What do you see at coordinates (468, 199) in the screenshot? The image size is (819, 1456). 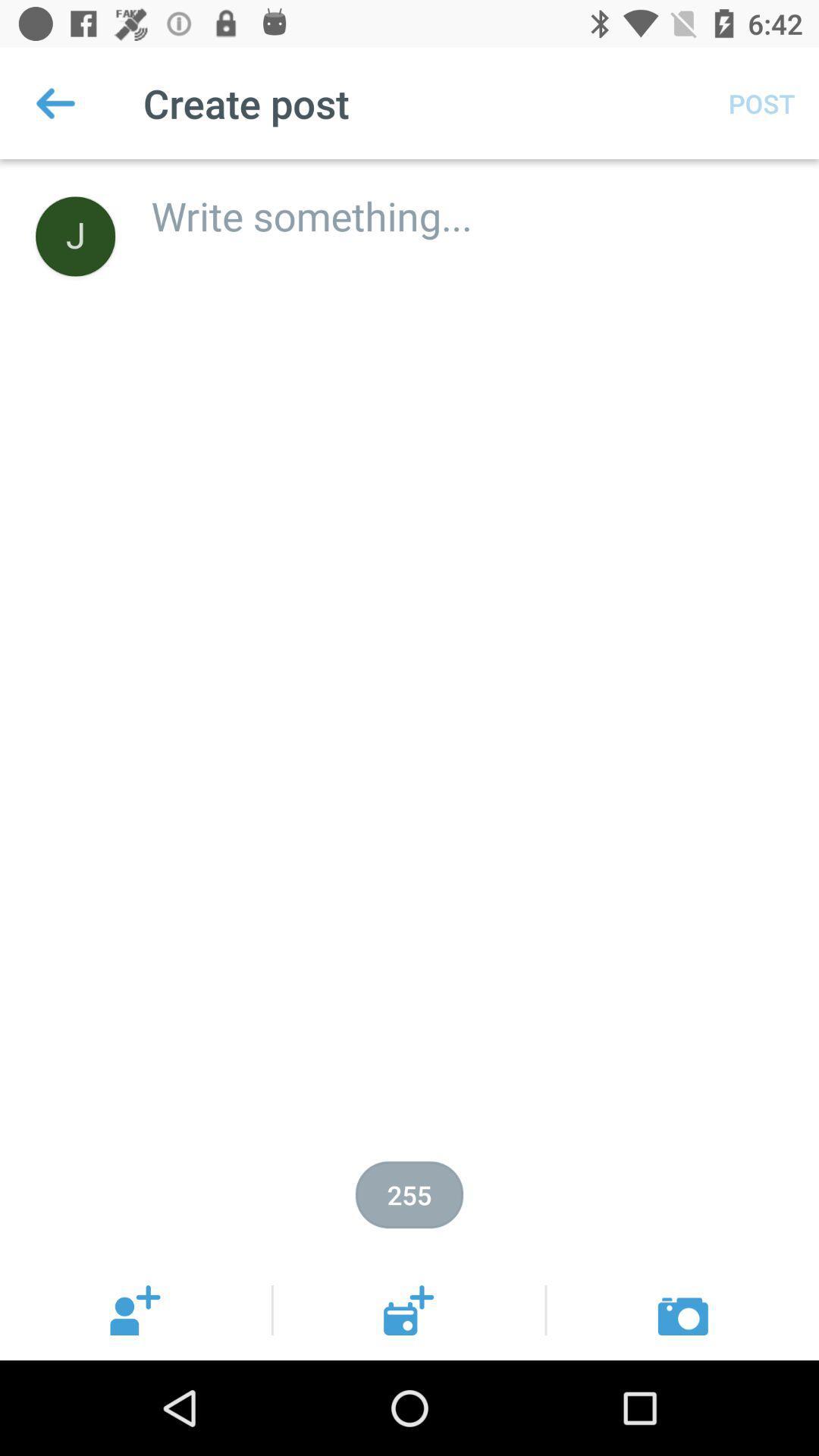 I see `the icon above 255 item` at bounding box center [468, 199].